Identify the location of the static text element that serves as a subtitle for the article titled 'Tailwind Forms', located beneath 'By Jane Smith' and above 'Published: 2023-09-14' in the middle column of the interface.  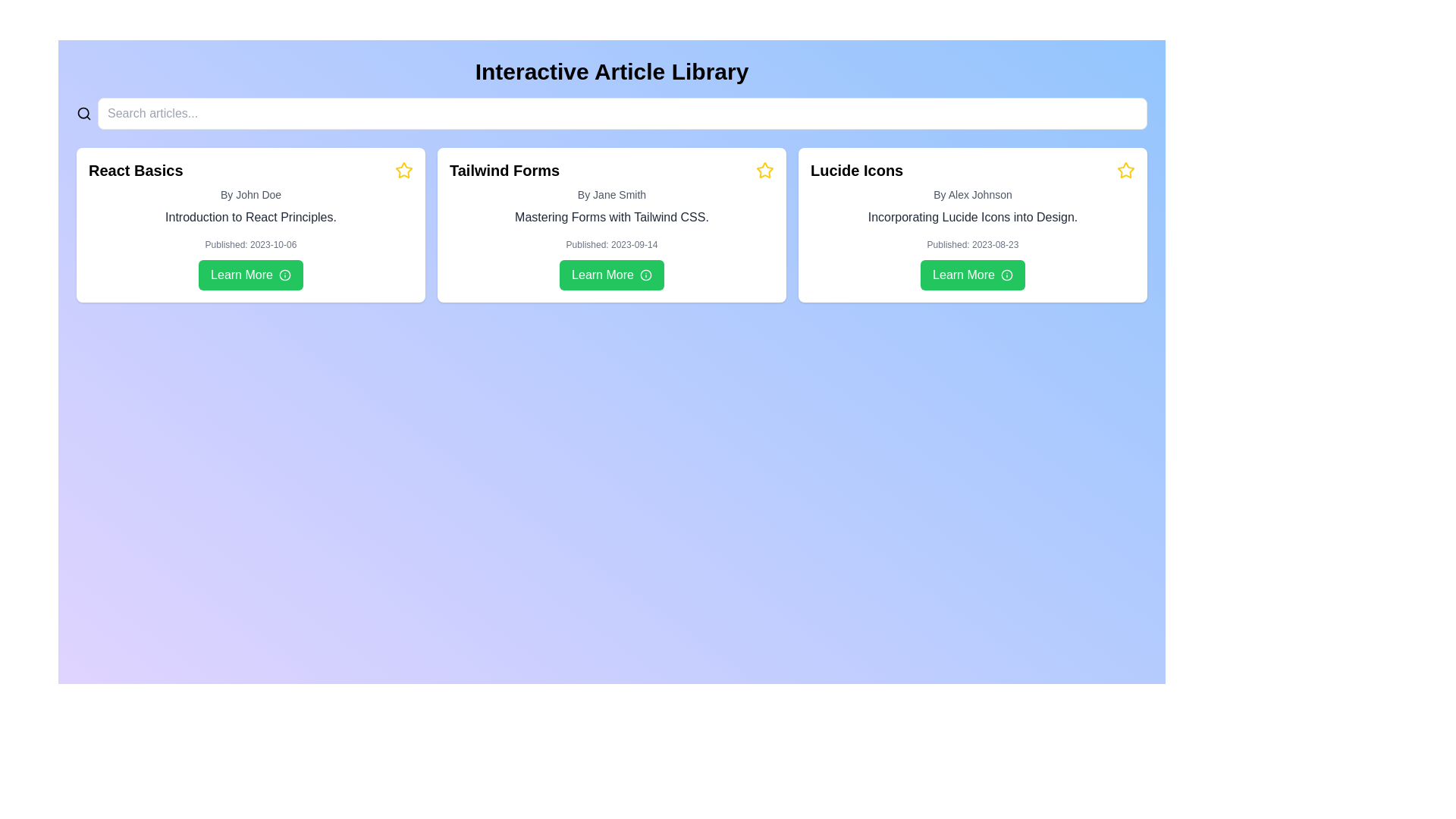
(611, 217).